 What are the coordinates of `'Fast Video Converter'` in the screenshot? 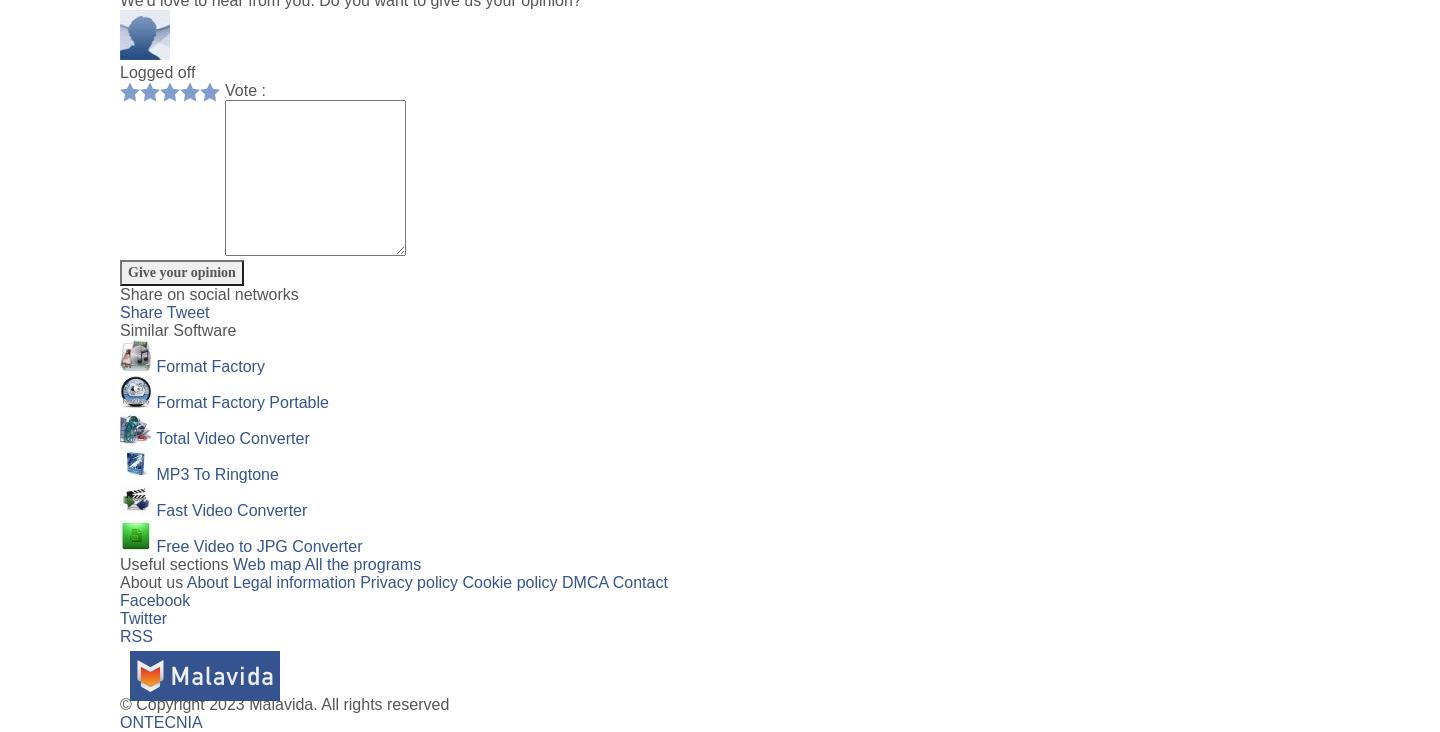 It's located at (231, 510).